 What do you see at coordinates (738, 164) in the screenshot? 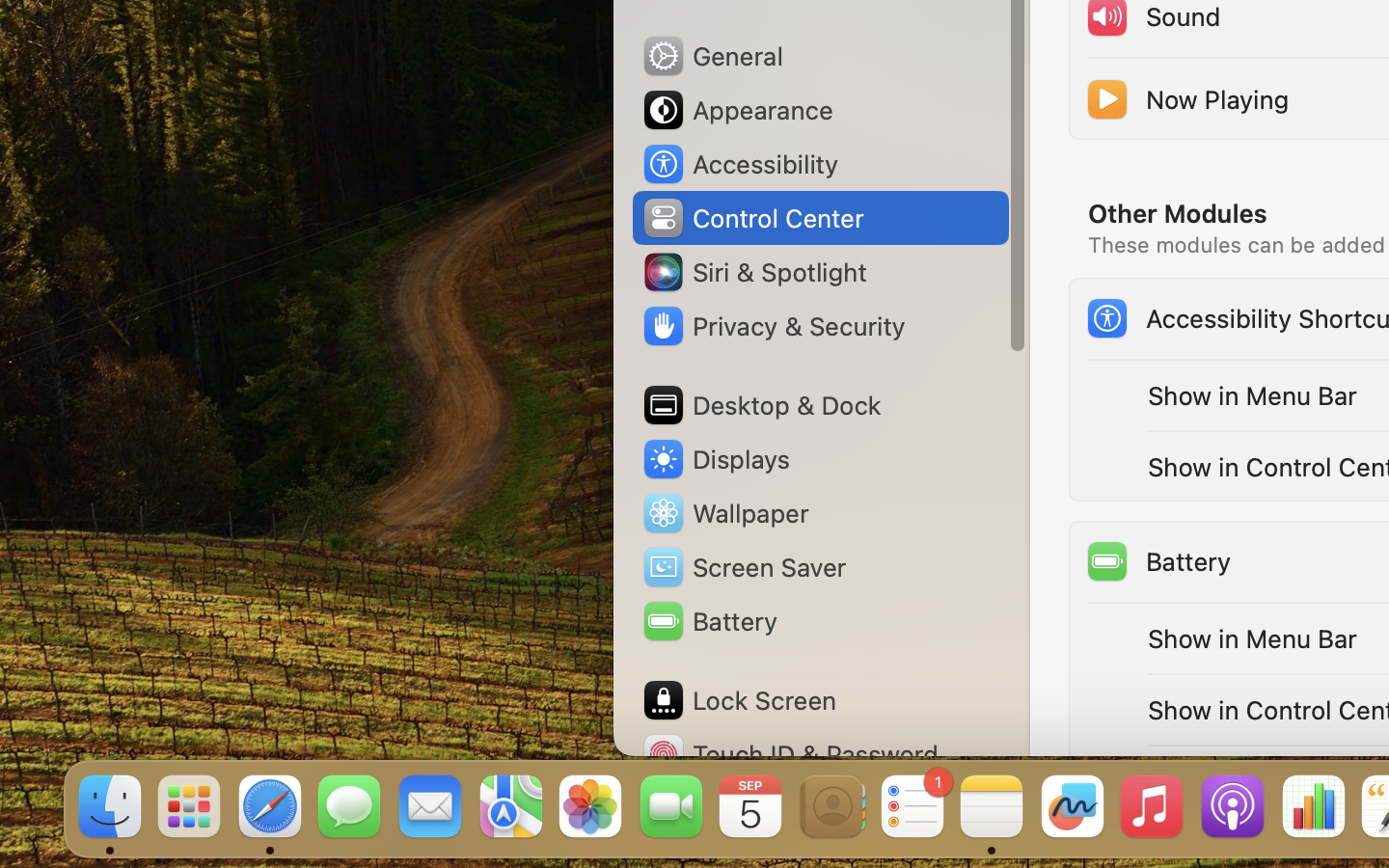
I see `'Accessibility'` at bounding box center [738, 164].